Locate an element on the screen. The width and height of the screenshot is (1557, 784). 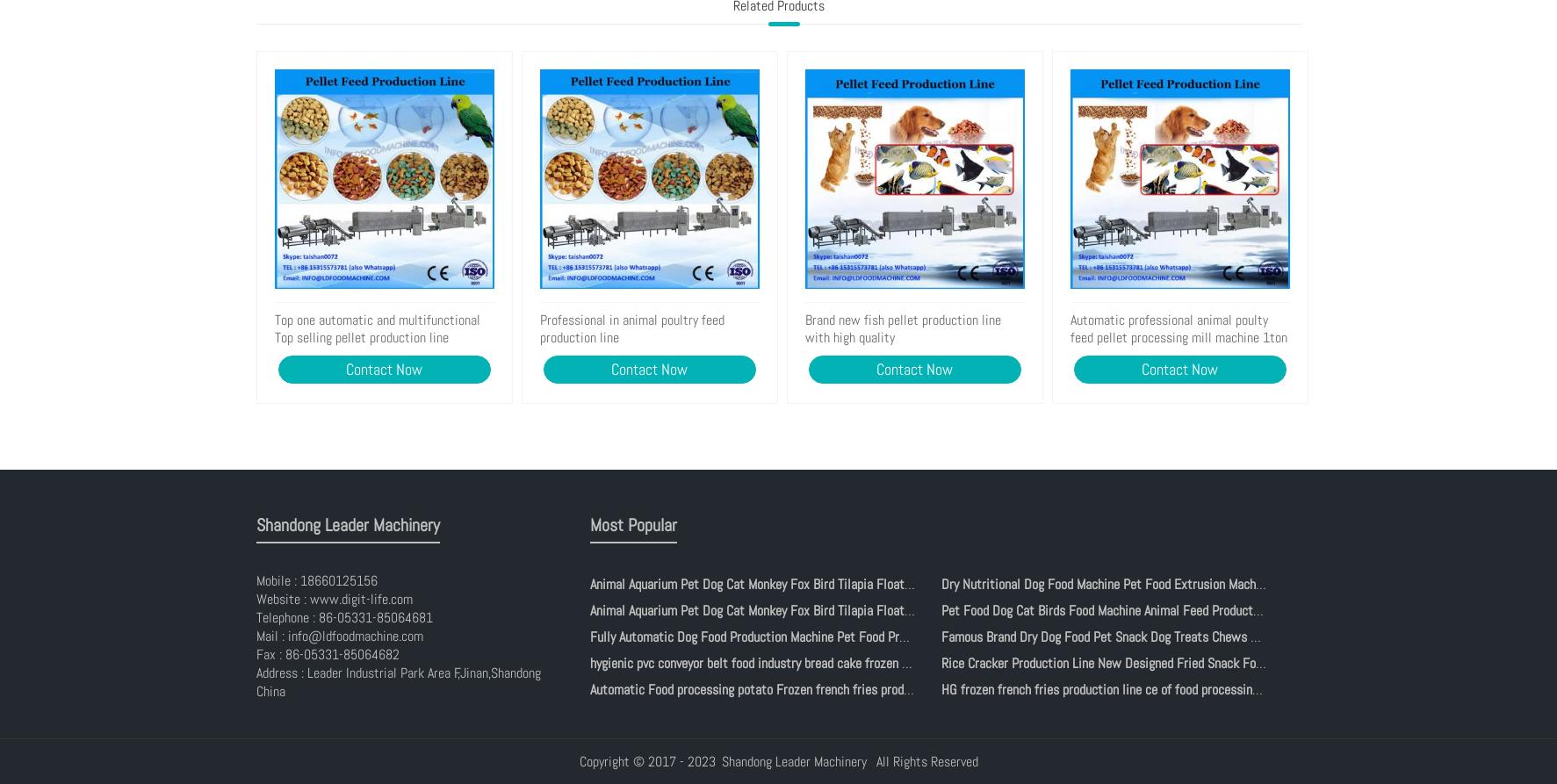
'Telephone : 86-05331-85064681' is located at coordinates (254, 617).